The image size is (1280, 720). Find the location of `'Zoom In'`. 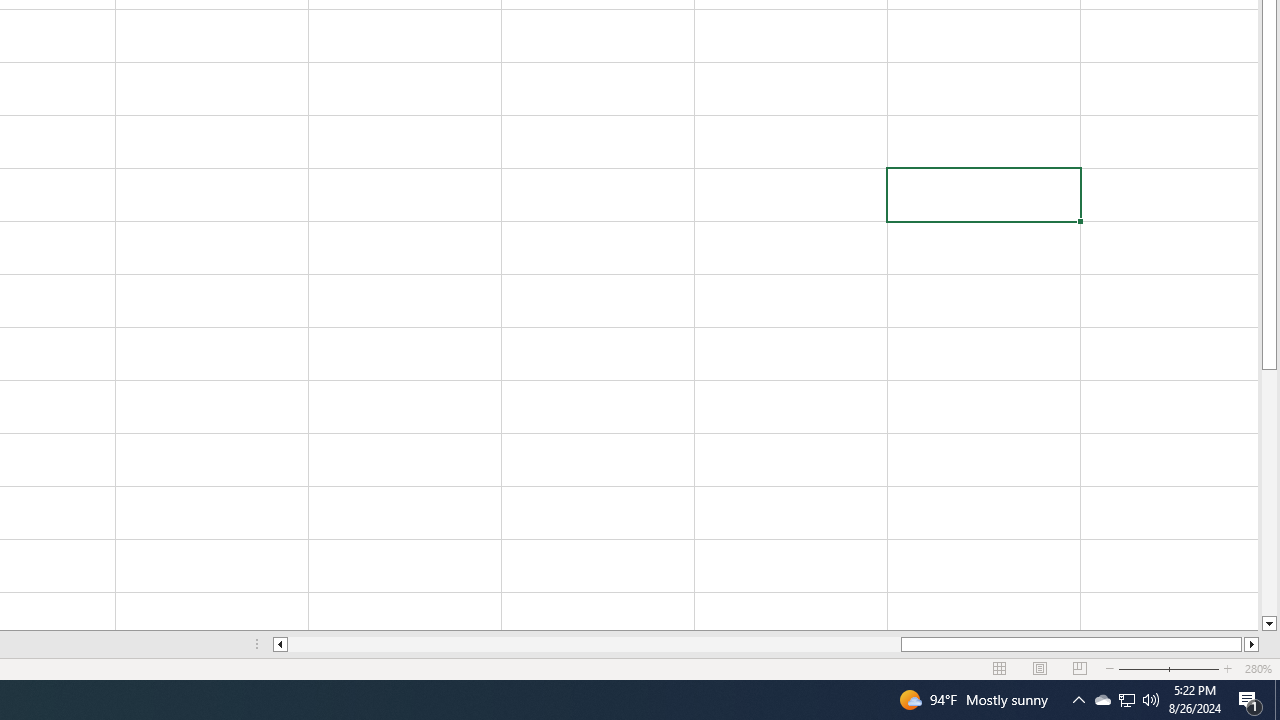

'Zoom In' is located at coordinates (1226, 669).